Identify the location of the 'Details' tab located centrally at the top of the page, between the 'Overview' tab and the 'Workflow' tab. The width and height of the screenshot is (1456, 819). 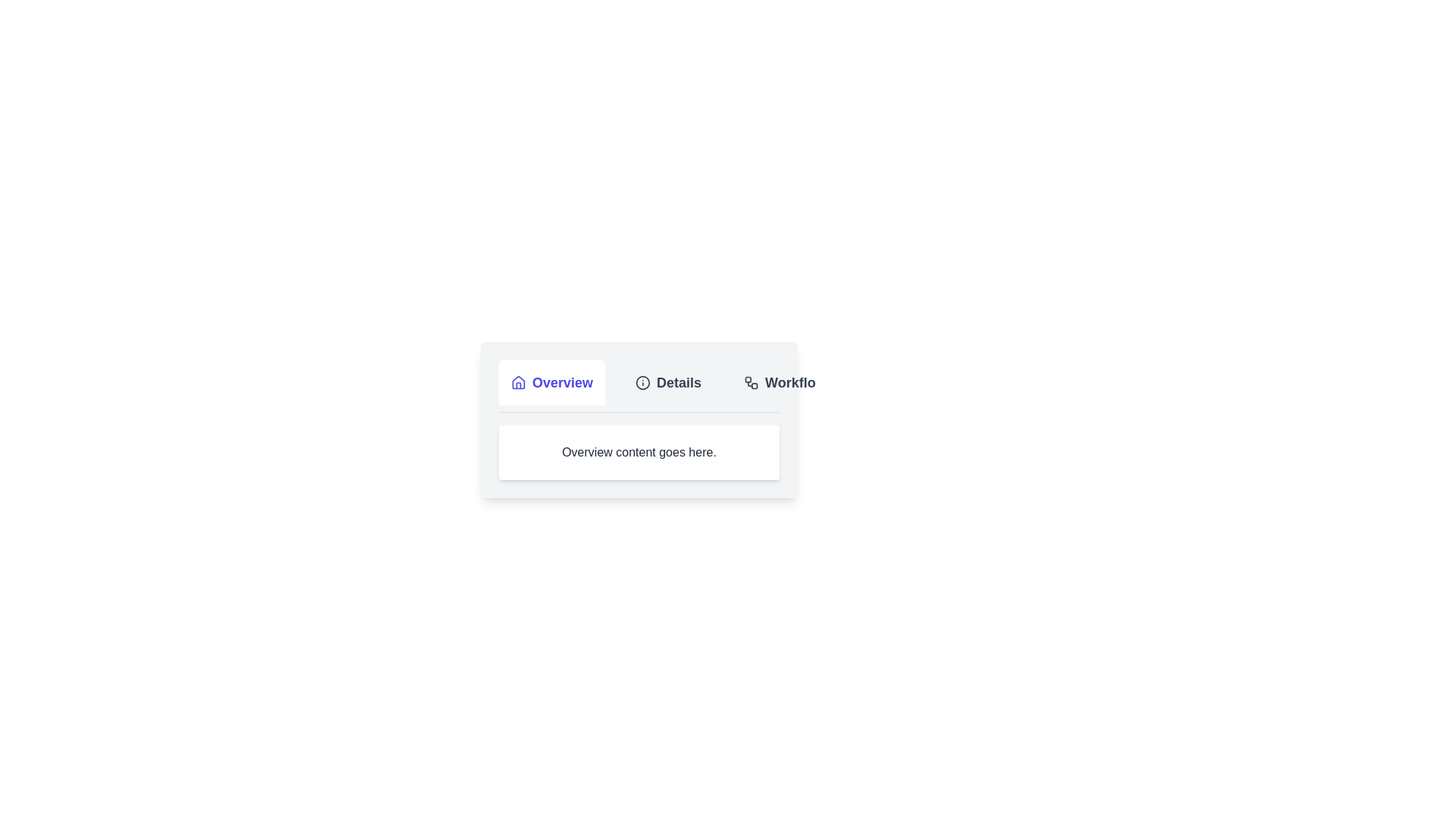
(667, 382).